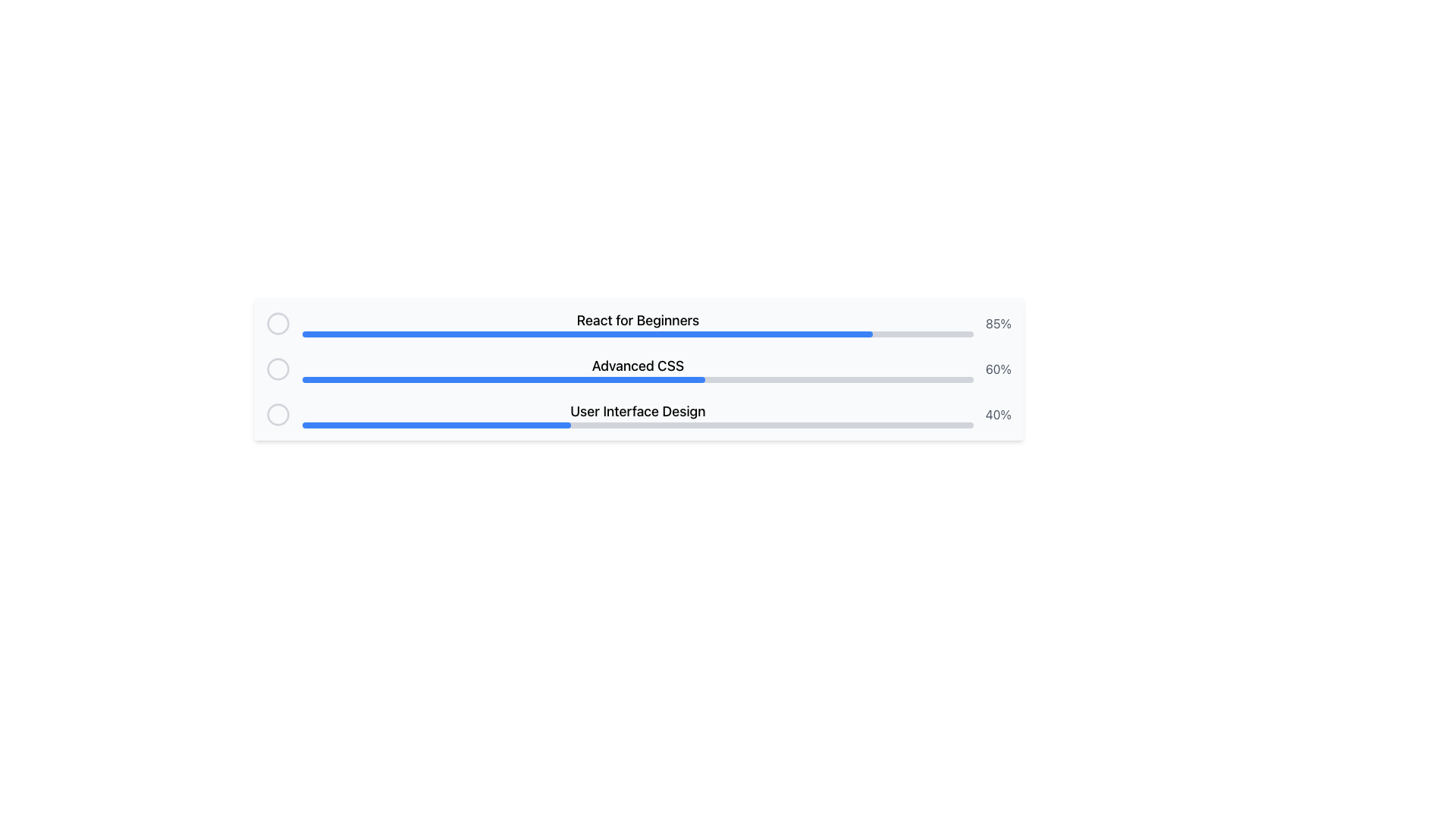 This screenshot has height=819, width=1456. I want to click on the text label that displays 'React for Beginners', which is styled in a large, bold font and positioned above a progress bar in the vertical list, so click(638, 320).